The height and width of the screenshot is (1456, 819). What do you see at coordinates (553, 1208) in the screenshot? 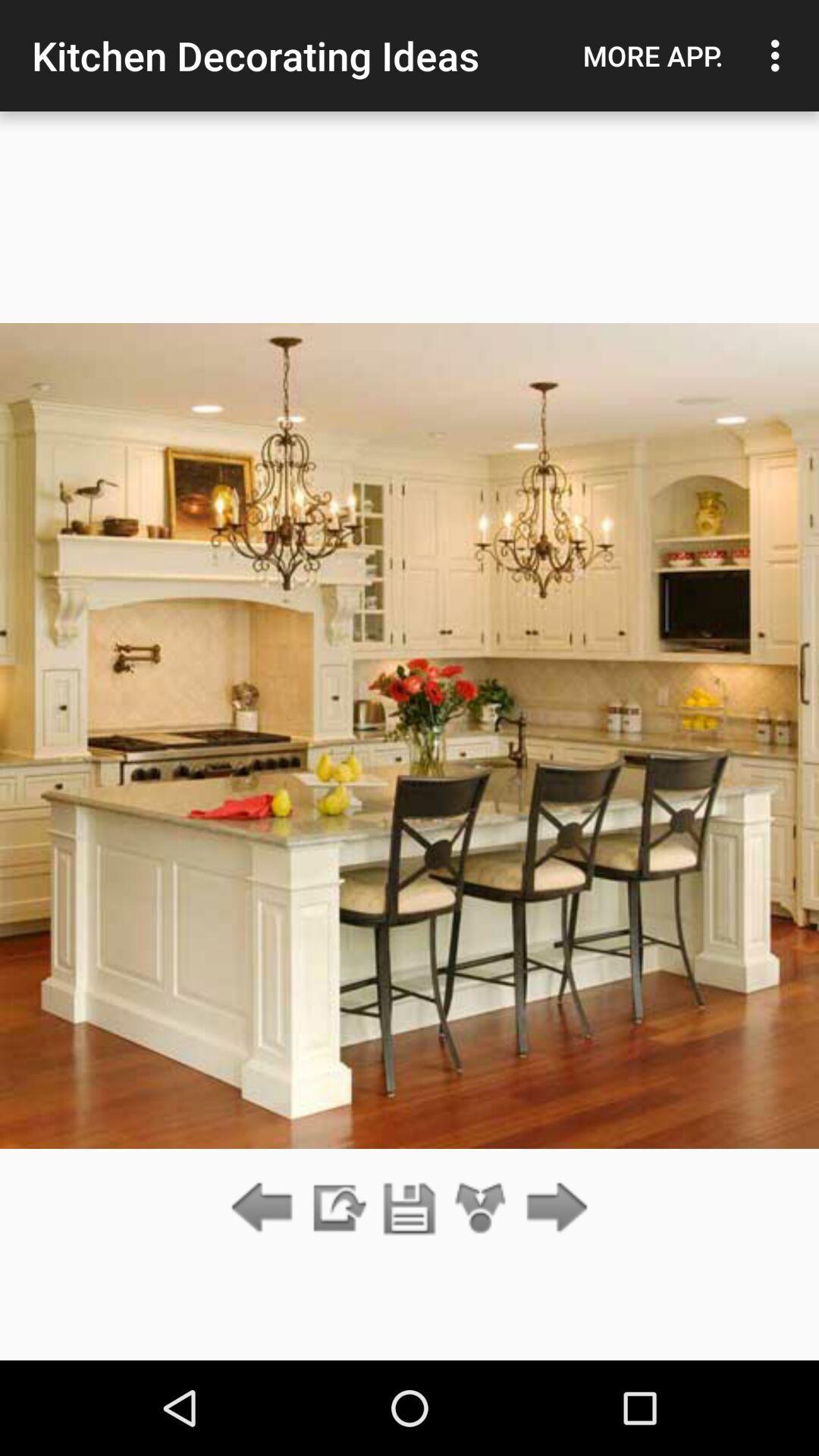
I see `the arrow_forward icon` at bounding box center [553, 1208].